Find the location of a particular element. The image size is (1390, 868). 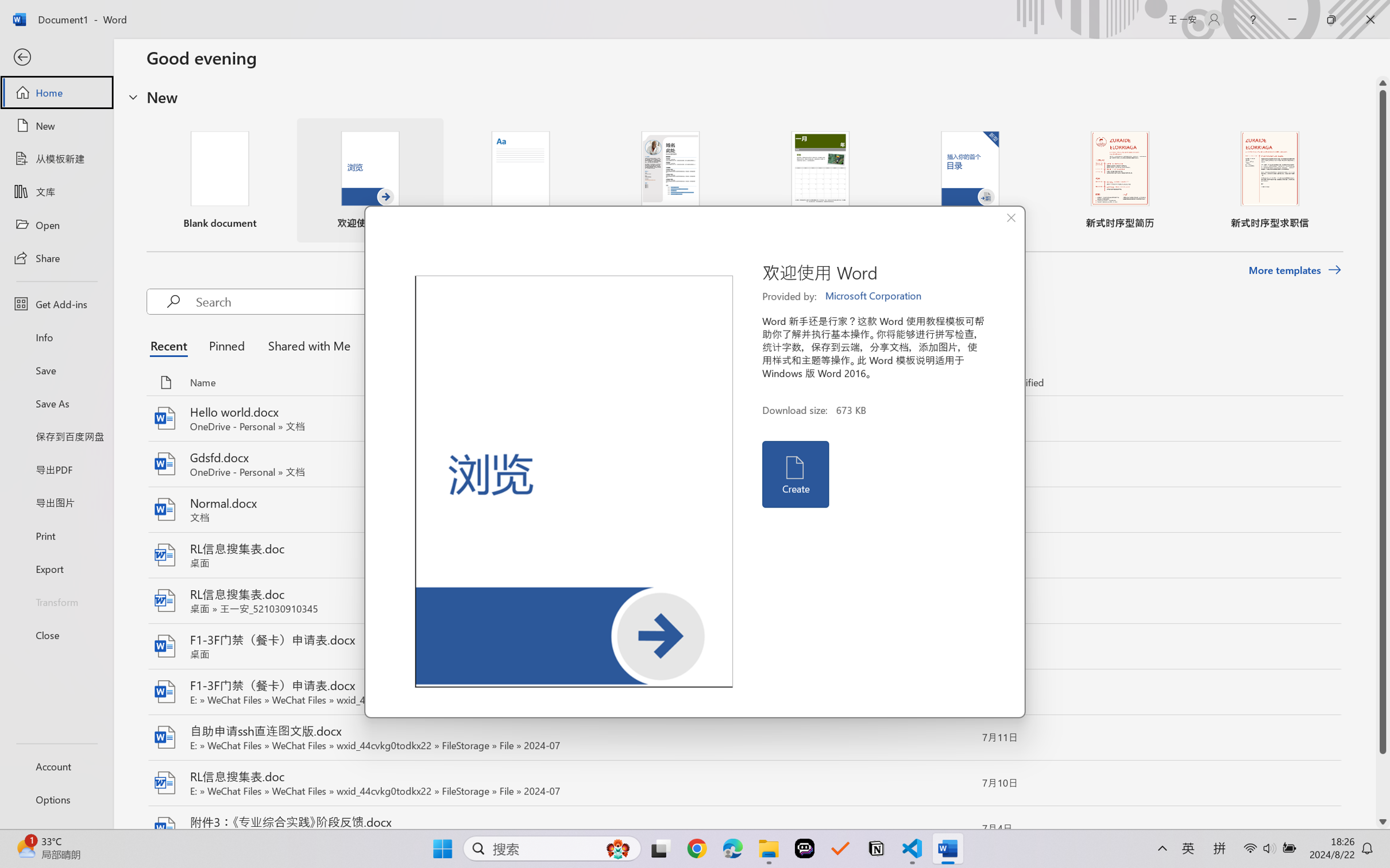

'Print' is located at coordinates (56, 536).